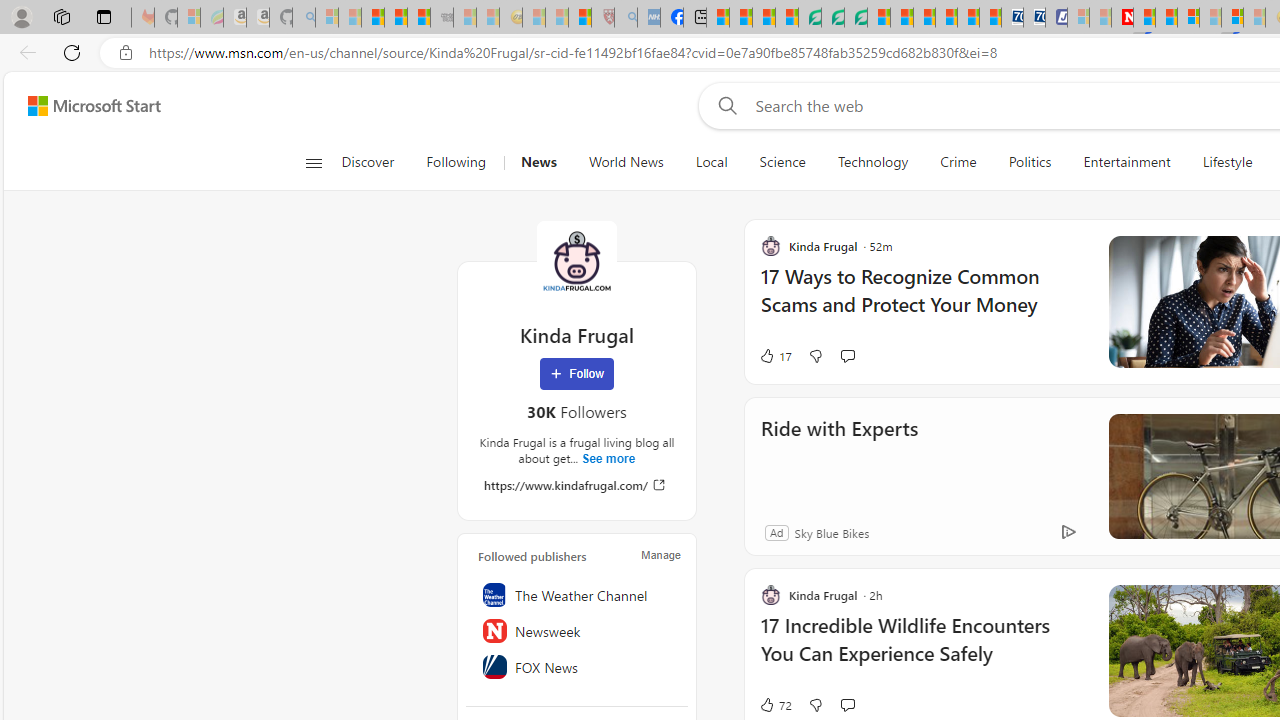 The width and height of the screenshot is (1280, 720). What do you see at coordinates (375, 162) in the screenshot?
I see `'Discover'` at bounding box center [375, 162].